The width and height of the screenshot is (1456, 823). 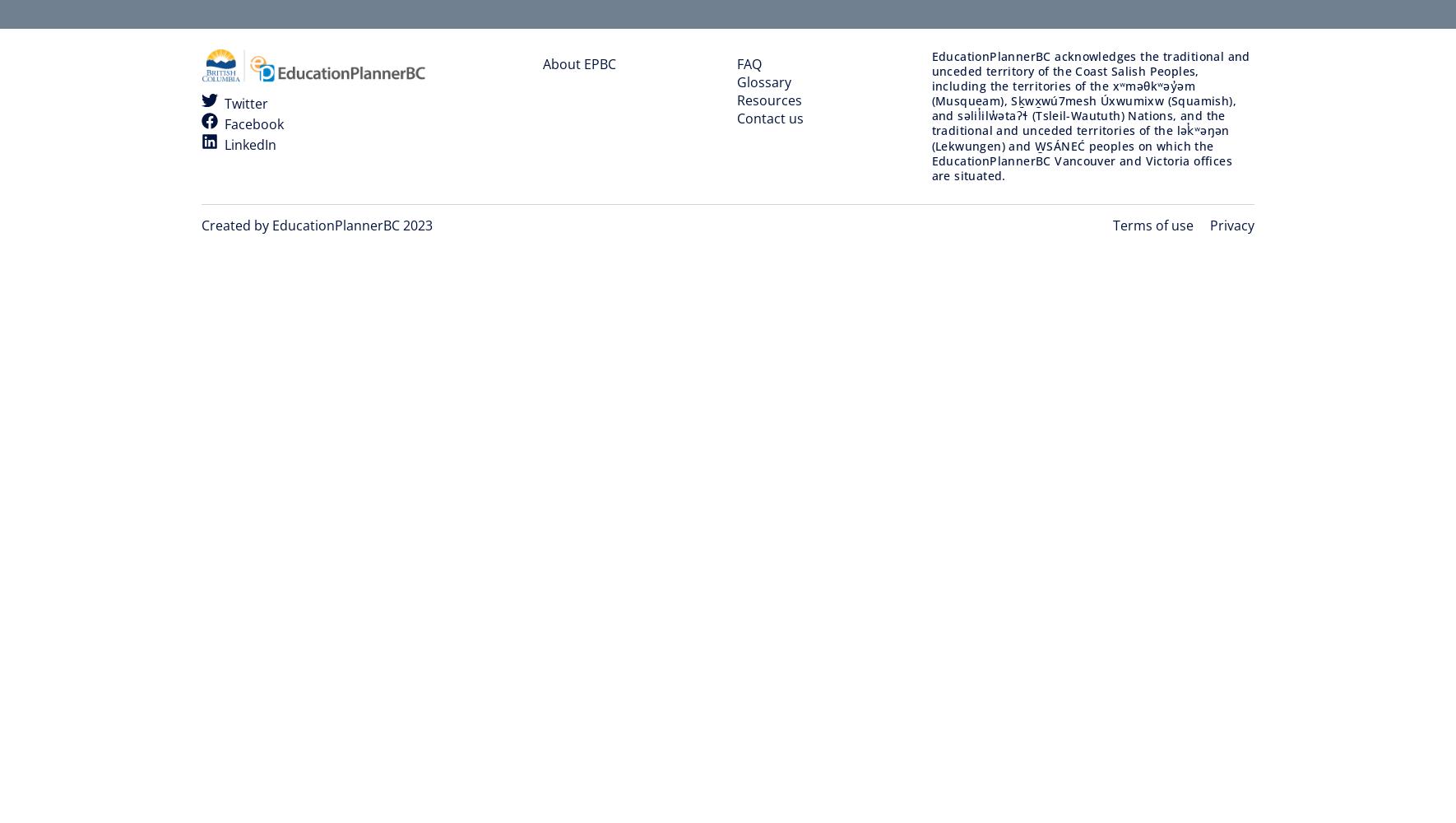 I want to click on 'Twitter', so click(x=245, y=103).